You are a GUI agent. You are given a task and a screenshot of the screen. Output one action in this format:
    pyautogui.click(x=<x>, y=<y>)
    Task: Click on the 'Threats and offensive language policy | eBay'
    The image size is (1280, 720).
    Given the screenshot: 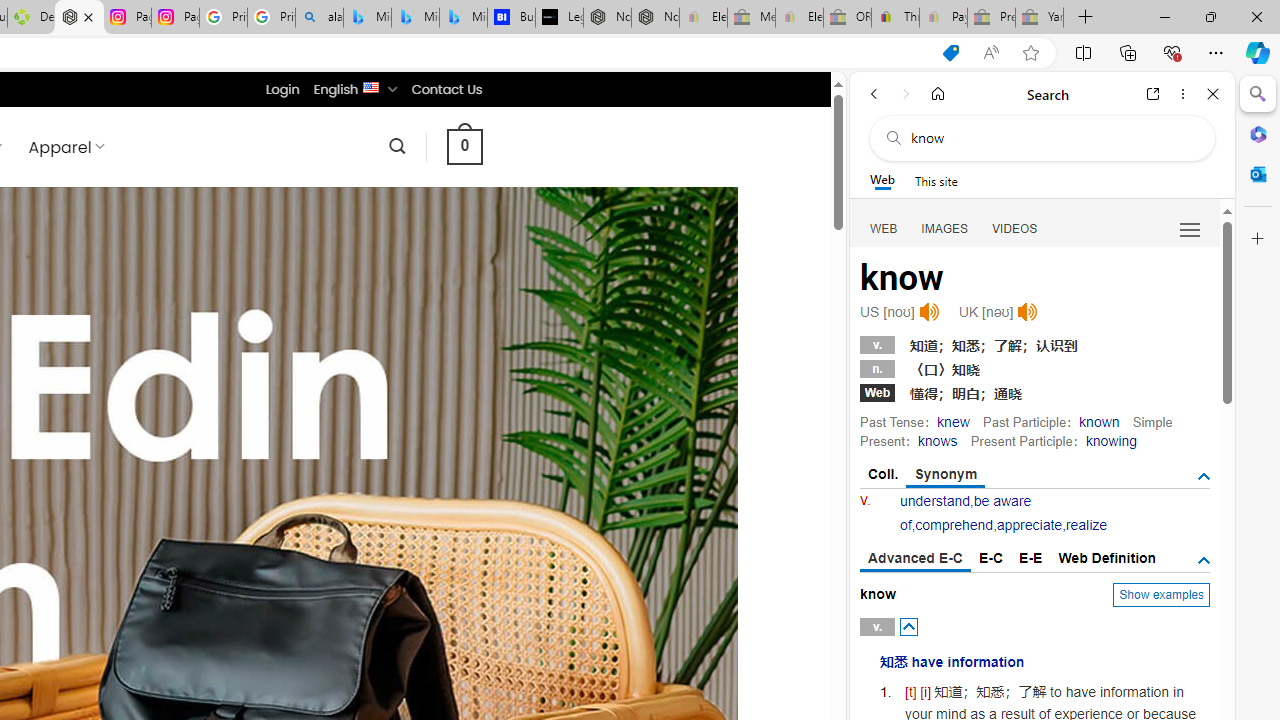 What is the action you would take?
    pyautogui.click(x=894, y=17)
    